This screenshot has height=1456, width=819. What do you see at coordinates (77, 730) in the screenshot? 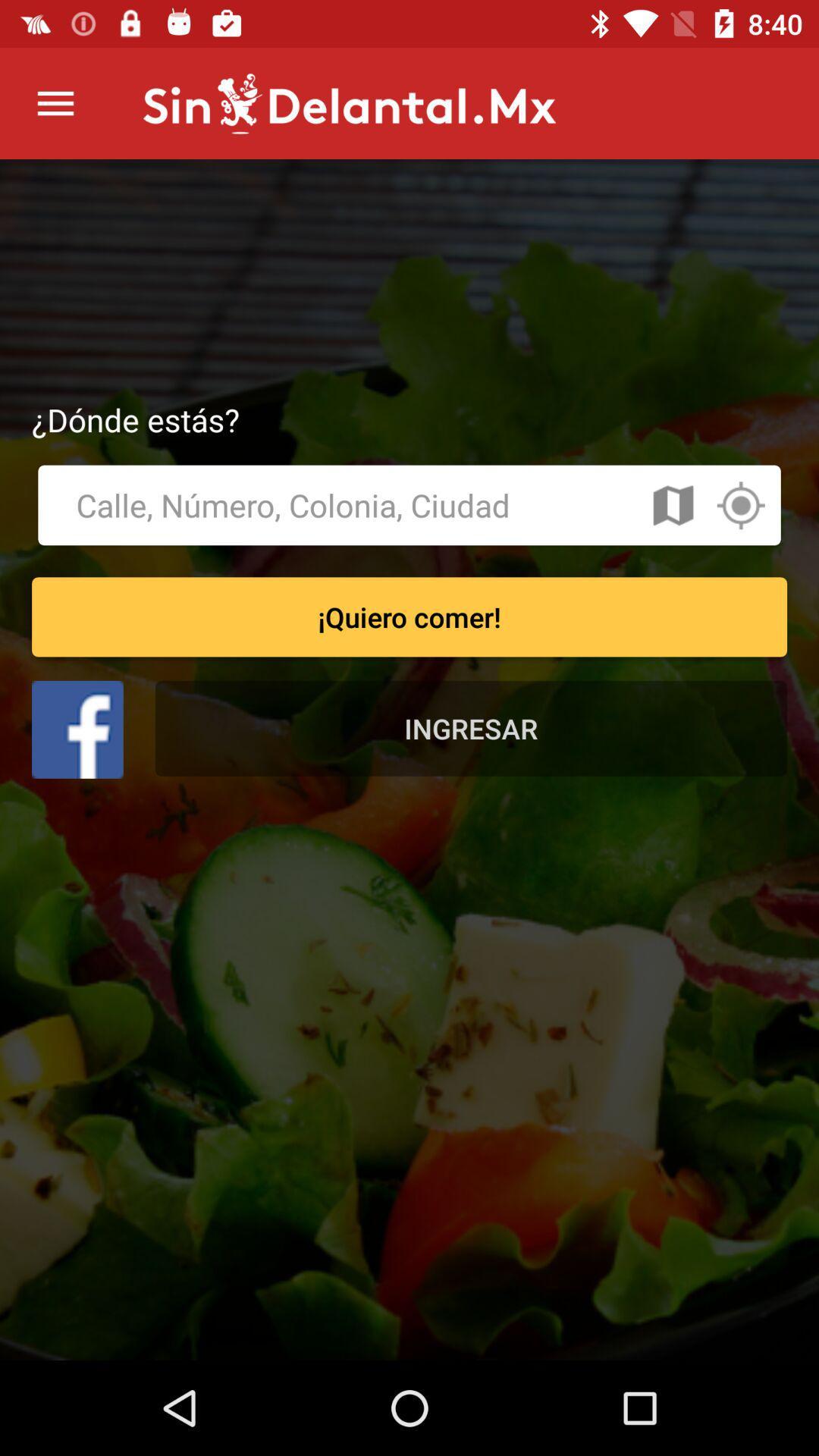
I see `facebook option` at bounding box center [77, 730].